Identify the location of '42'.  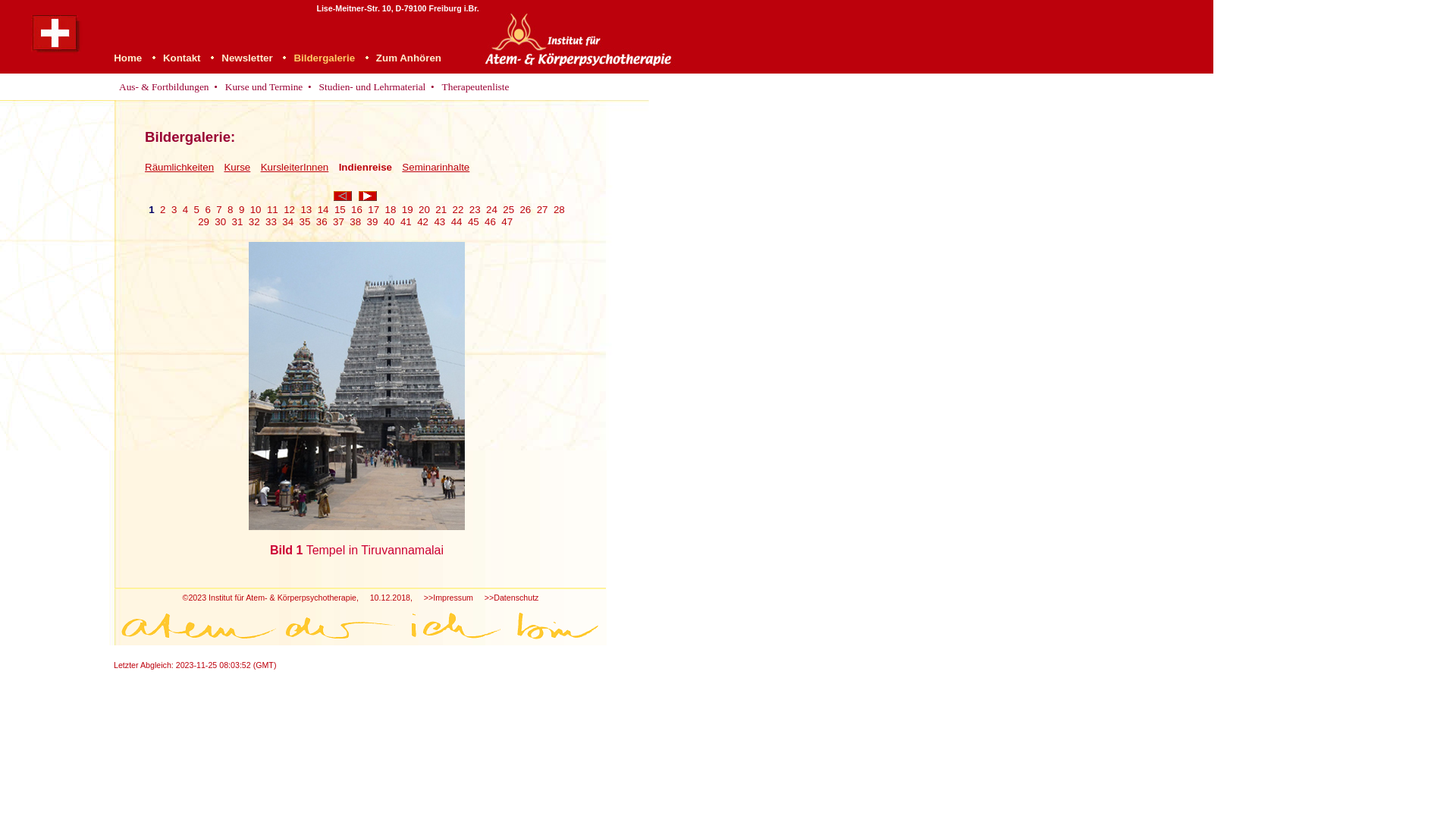
(417, 221).